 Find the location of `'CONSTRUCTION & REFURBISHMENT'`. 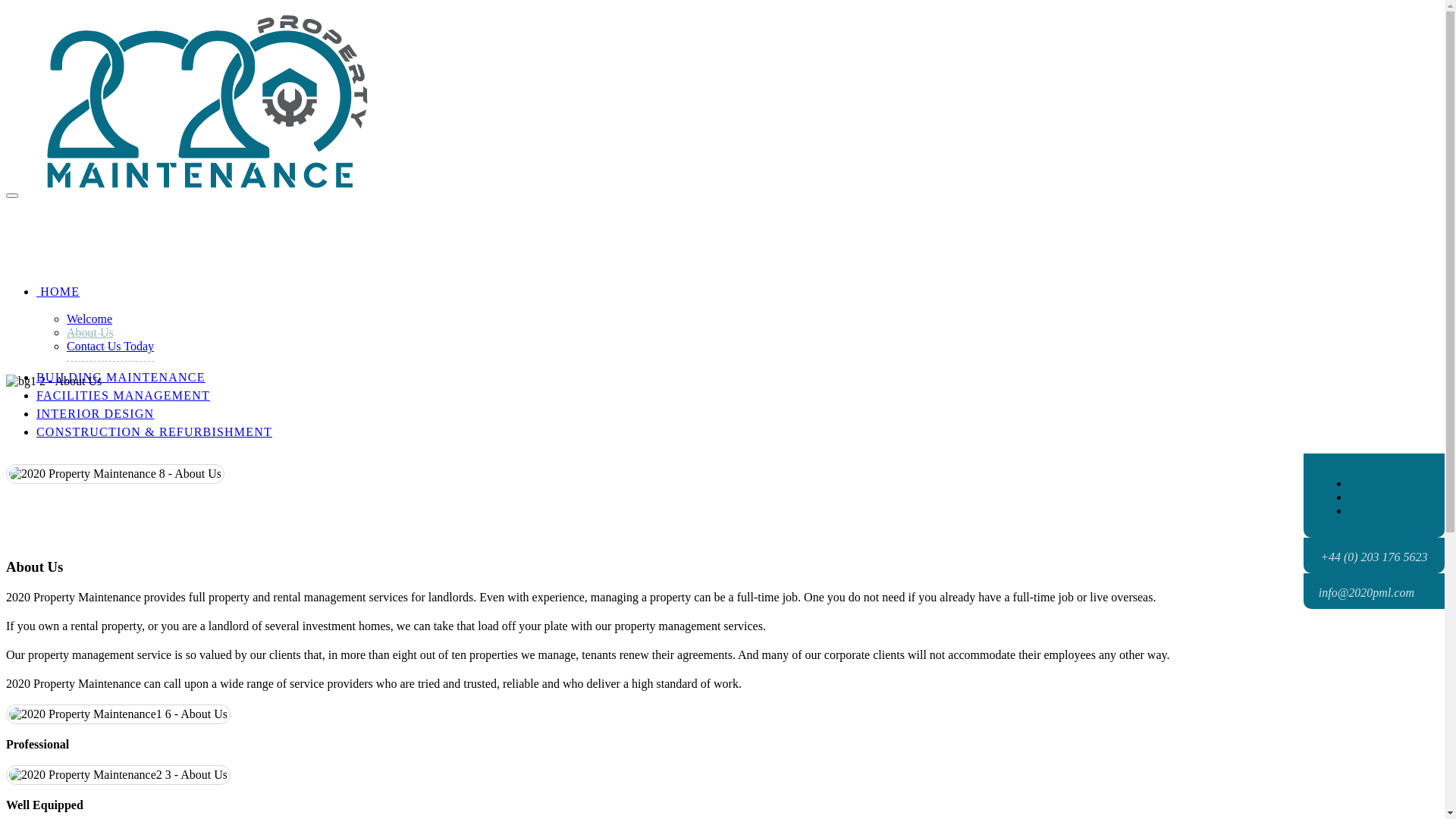

'CONSTRUCTION & REFURBISHMENT' is located at coordinates (154, 431).